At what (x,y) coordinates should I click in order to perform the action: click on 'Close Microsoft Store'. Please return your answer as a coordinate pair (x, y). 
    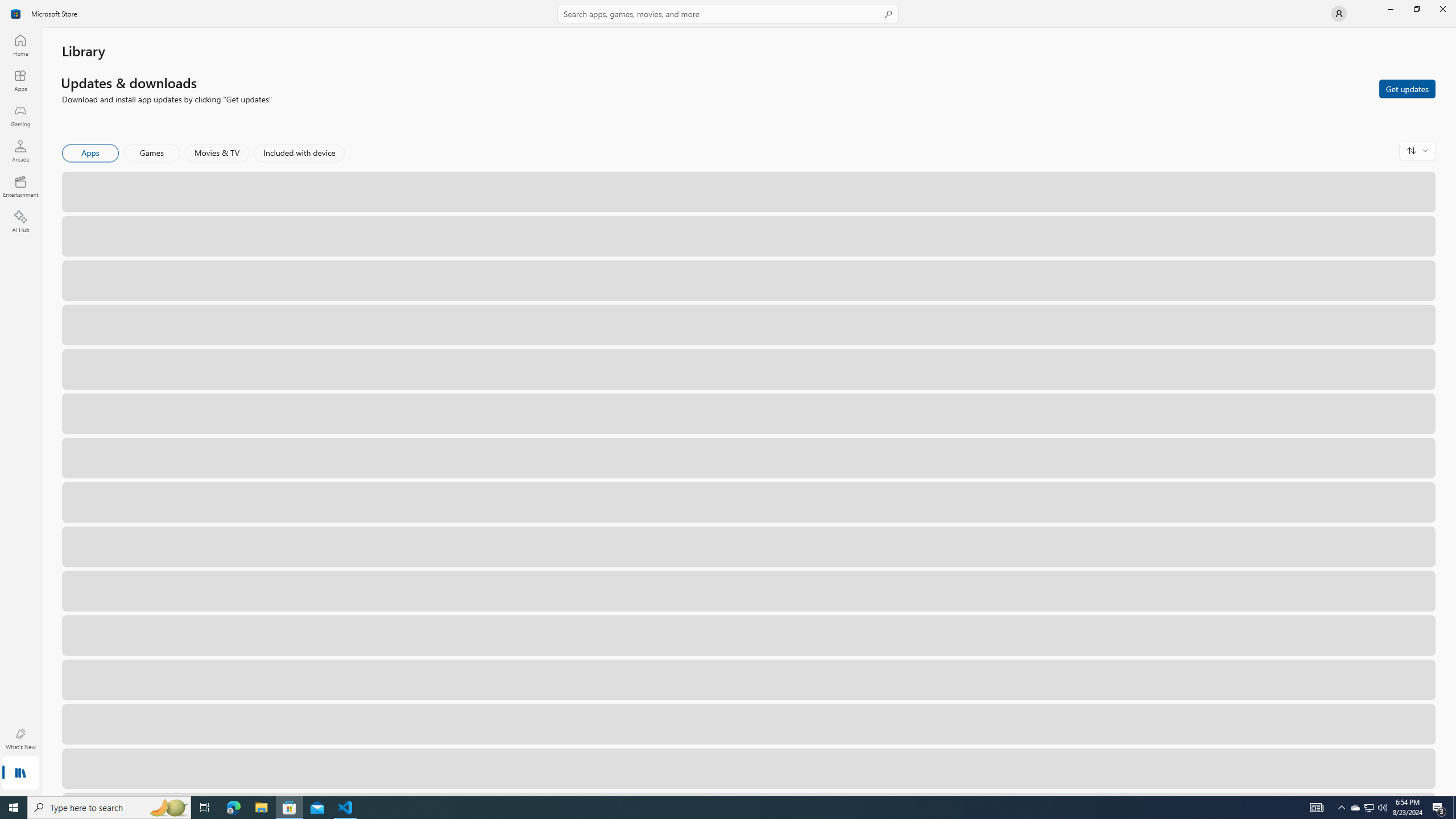
    Looking at the image, I should click on (1442, 9).